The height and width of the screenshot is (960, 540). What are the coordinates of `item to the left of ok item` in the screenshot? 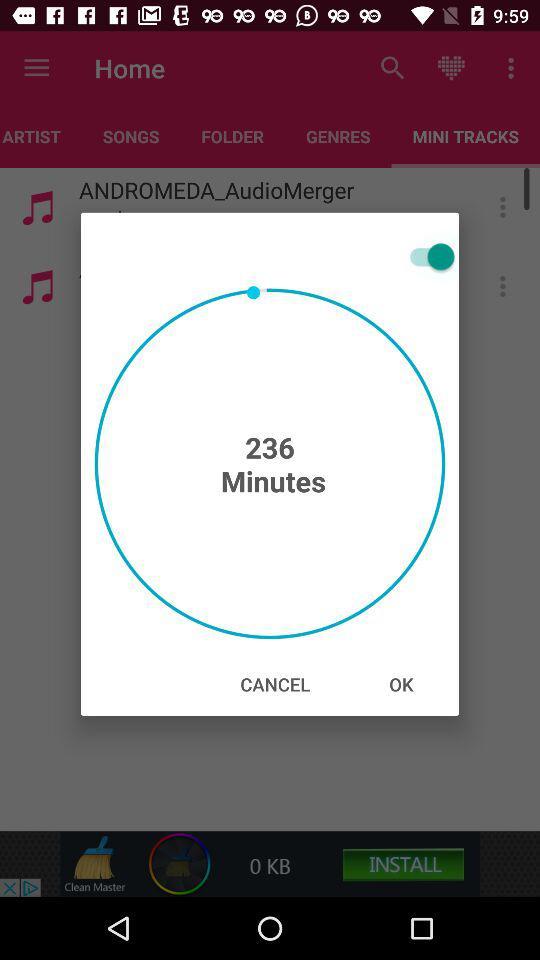 It's located at (274, 684).